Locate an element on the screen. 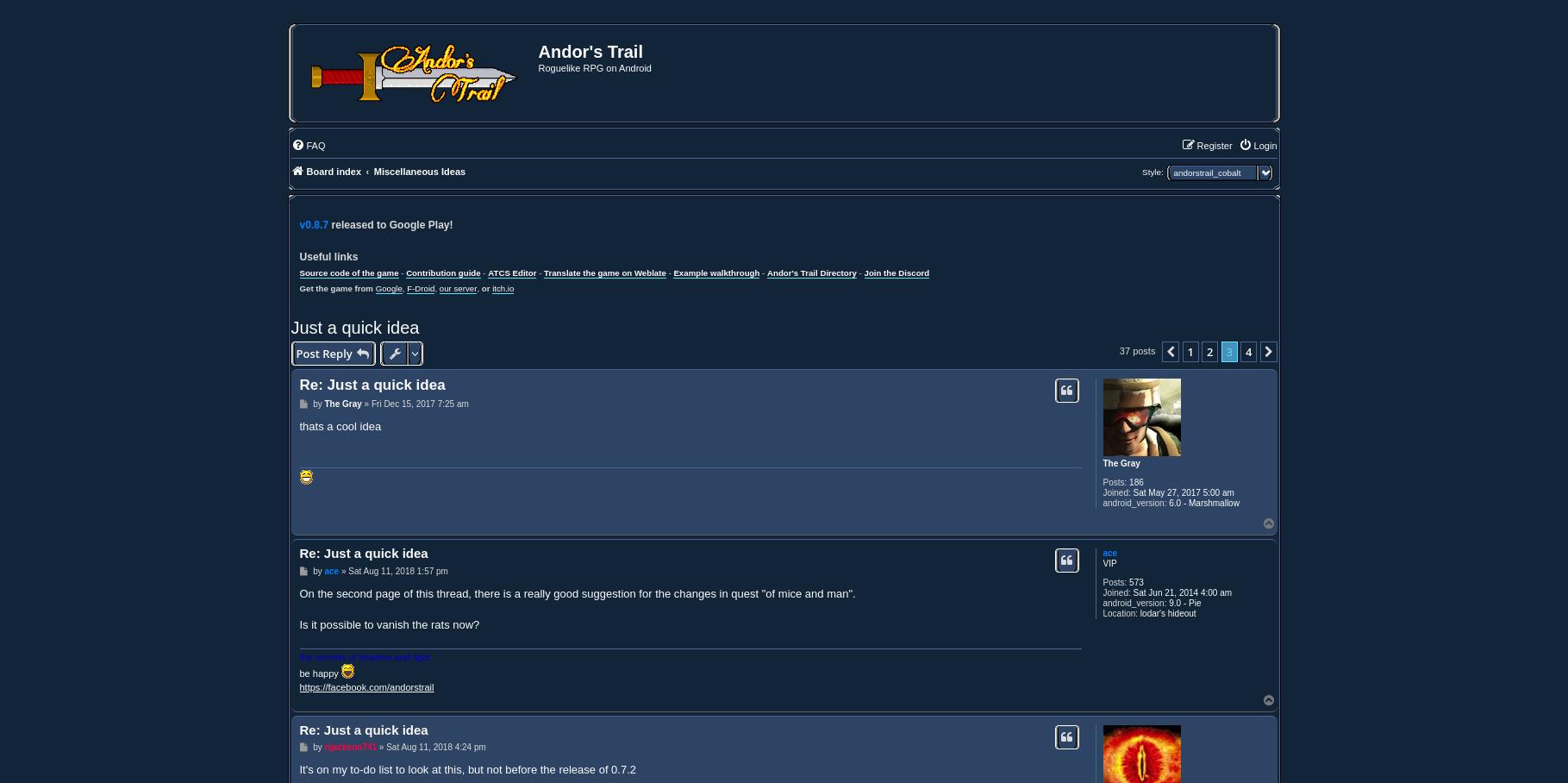 This screenshot has height=783, width=1568. 'Fri Dec 15, 2017 7:25 am' is located at coordinates (419, 402).